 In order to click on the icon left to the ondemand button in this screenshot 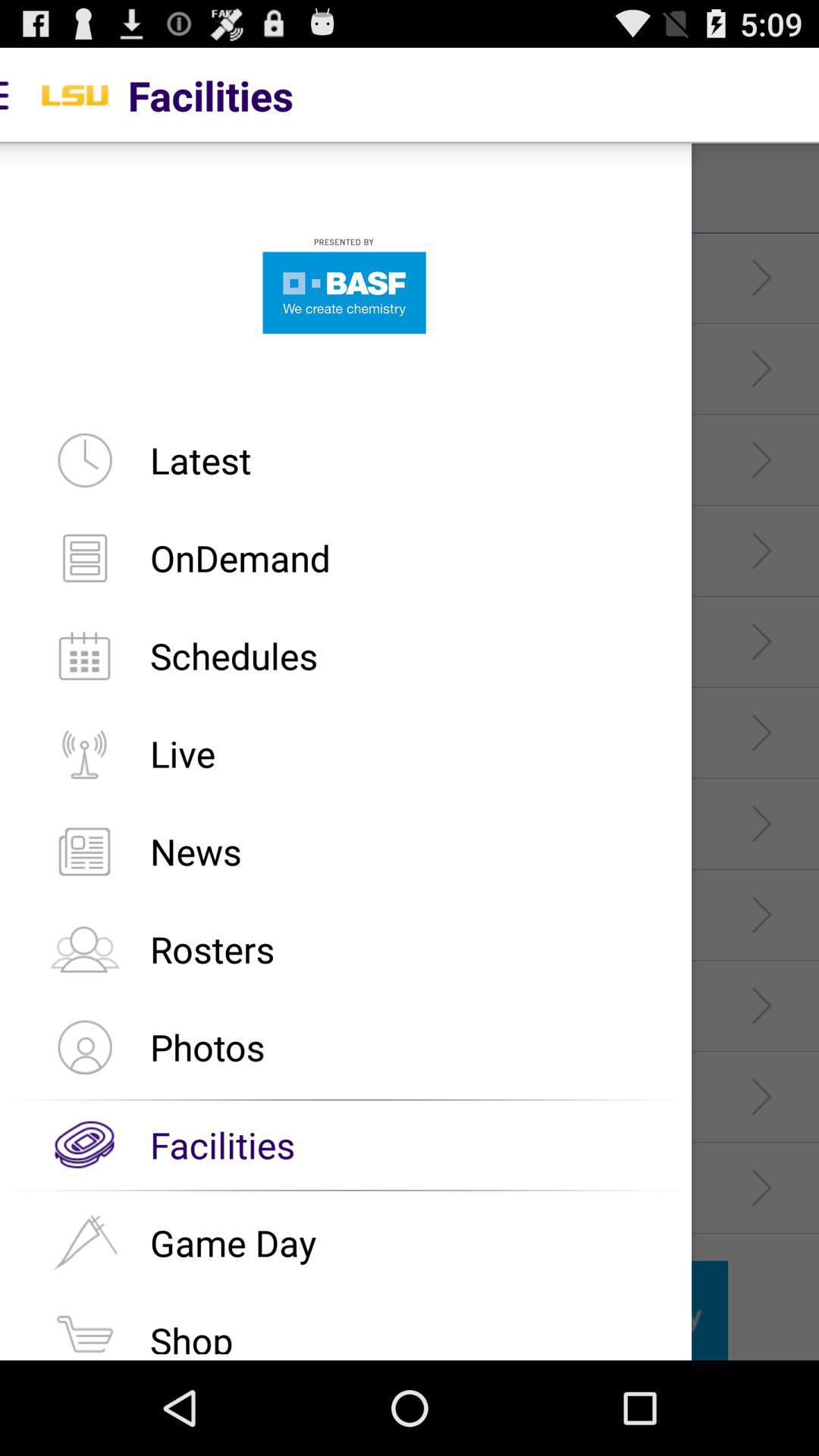, I will do `click(84, 557)`.